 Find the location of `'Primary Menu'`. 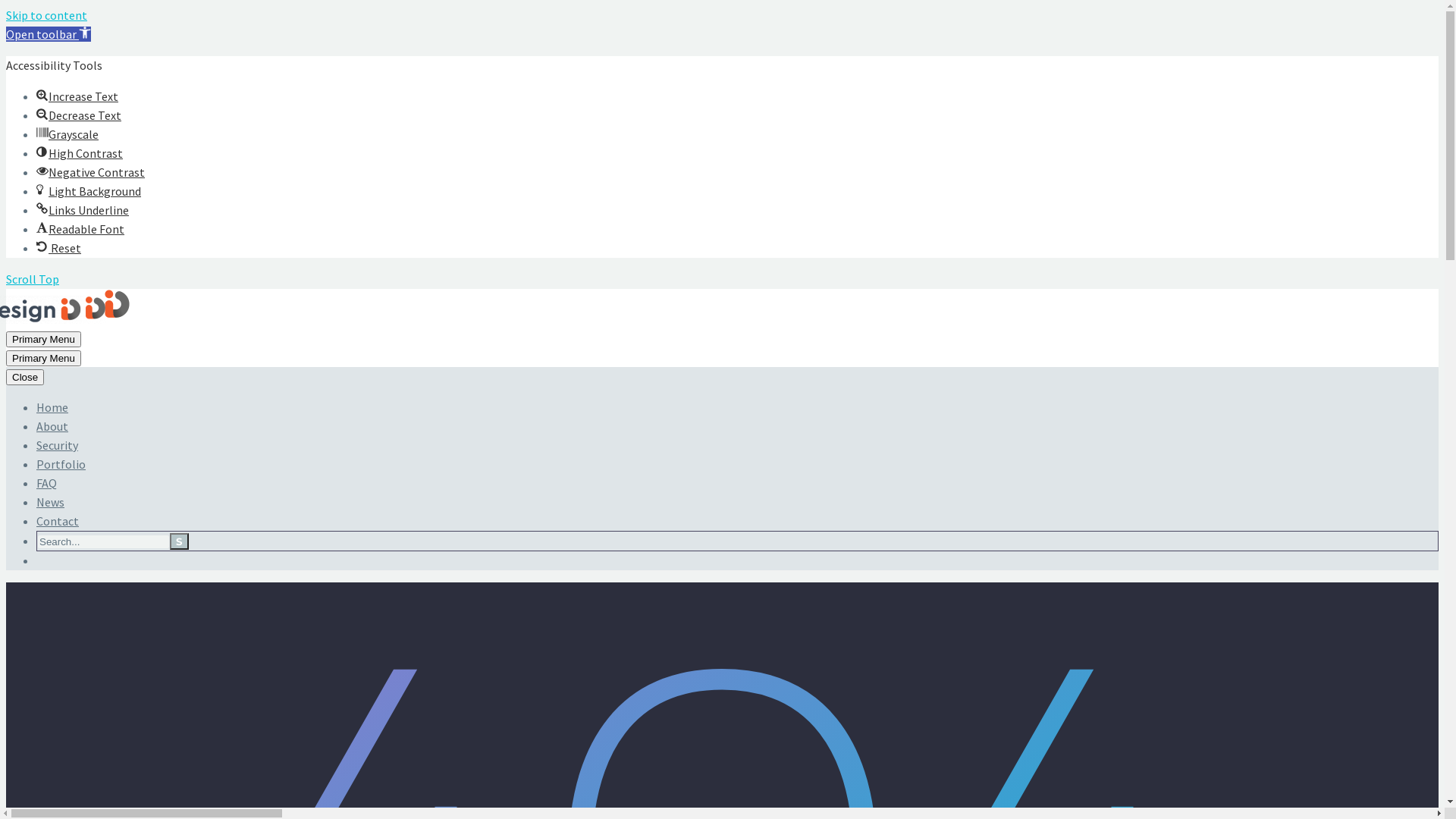

'Primary Menu' is located at coordinates (6, 358).